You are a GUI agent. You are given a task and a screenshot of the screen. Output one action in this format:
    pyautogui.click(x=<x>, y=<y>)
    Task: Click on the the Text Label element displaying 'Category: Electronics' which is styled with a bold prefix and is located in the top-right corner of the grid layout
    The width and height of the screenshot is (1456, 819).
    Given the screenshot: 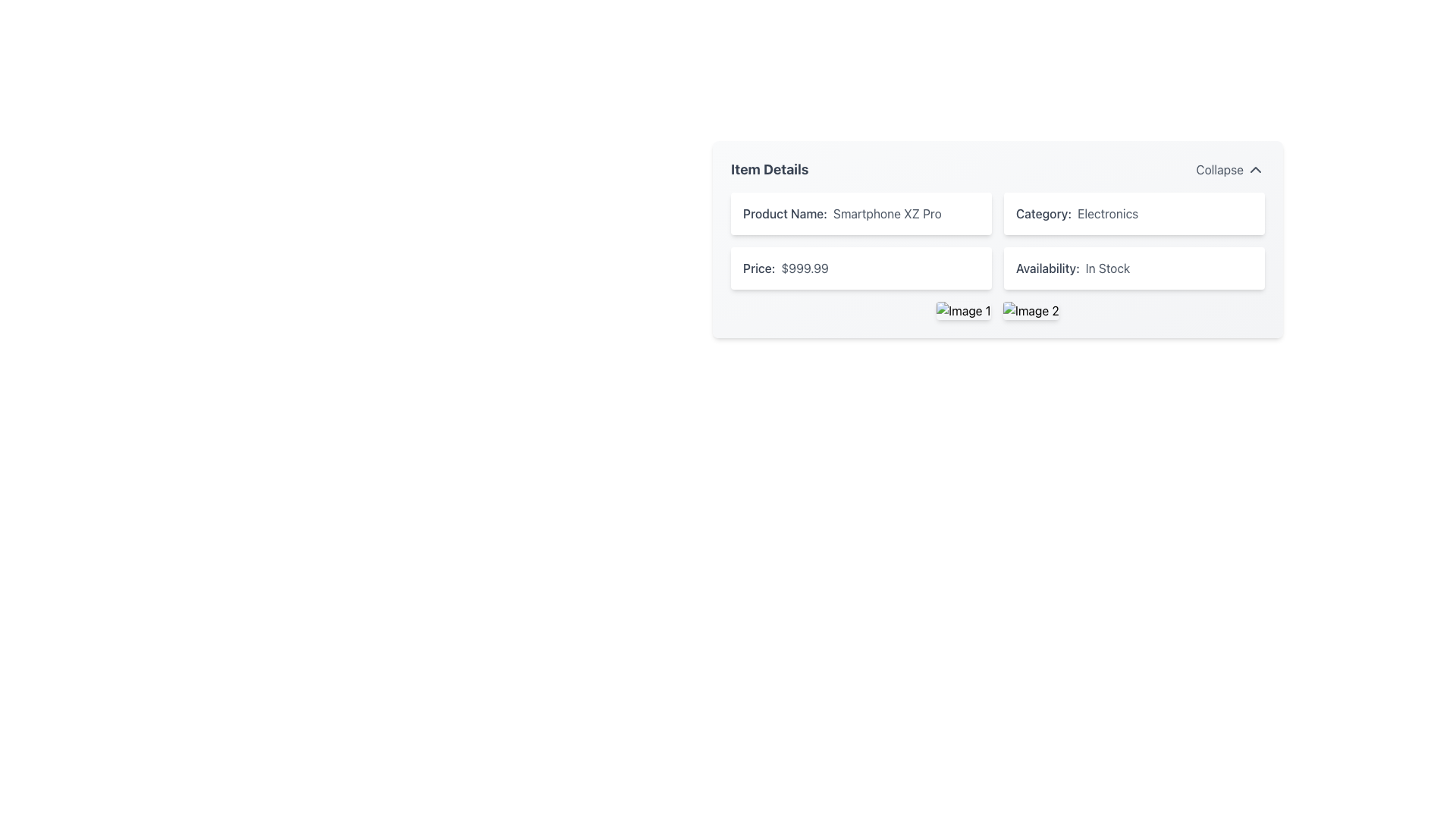 What is the action you would take?
    pyautogui.click(x=1134, y=213)
    